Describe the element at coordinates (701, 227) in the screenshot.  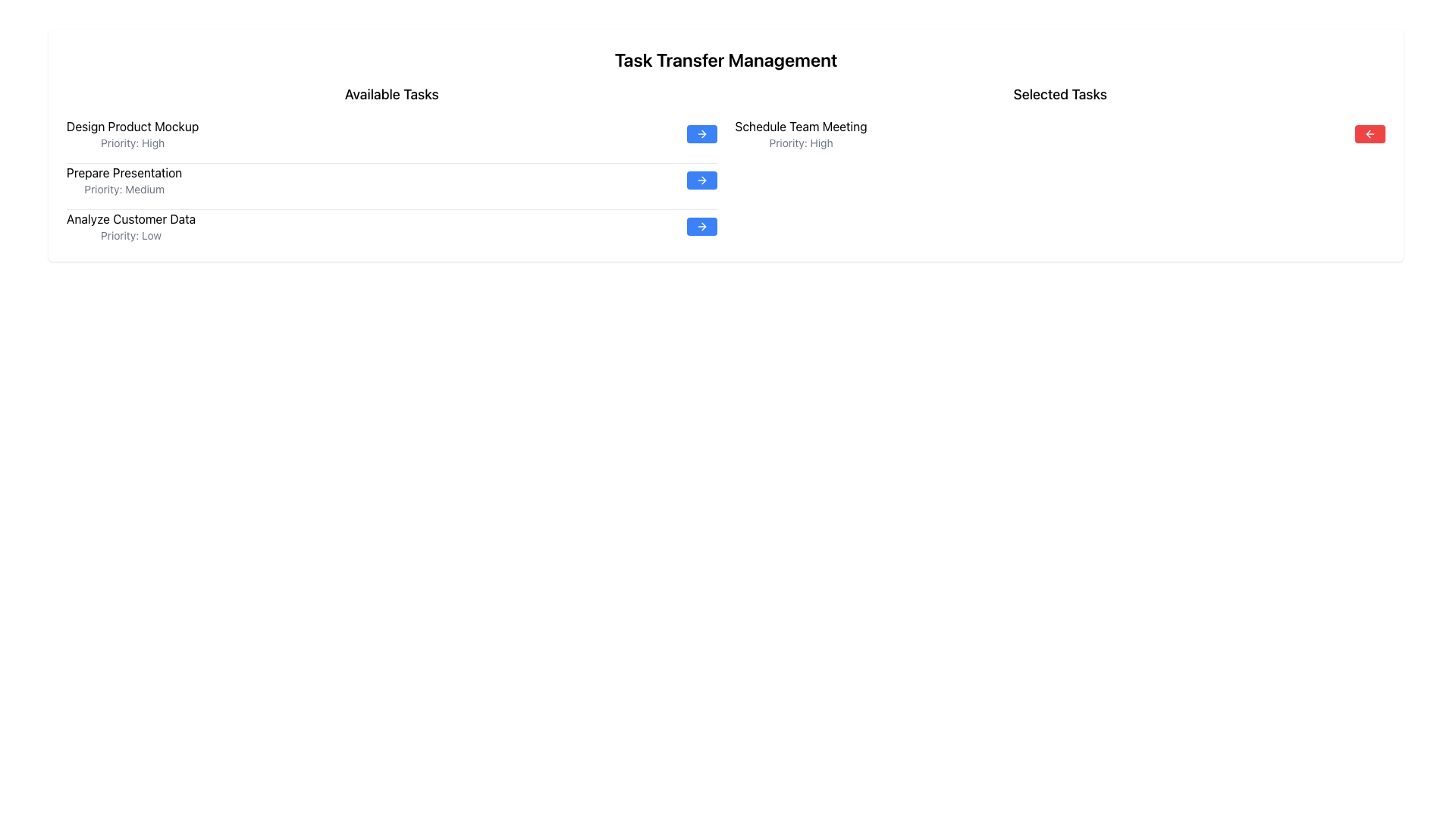
I see `the SVG Icon located at the bottom of the last button in the 'Available Tasks' column` at that location.